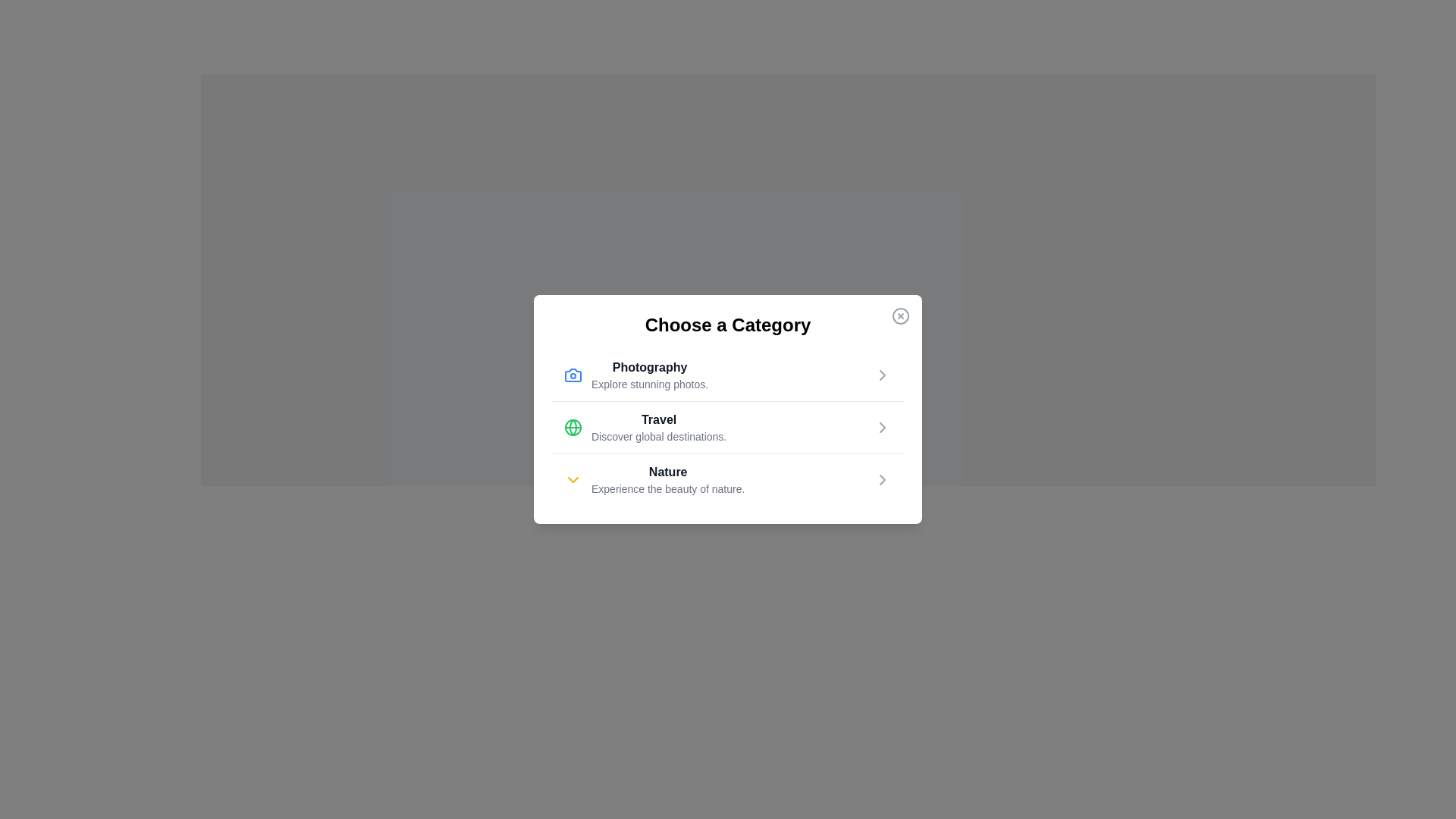 The image size is (1456, 819). What do you see at coordinates (659, 436) in the screenshot?
I see `the text label providing descriptive information for the 'Travel' category, located in a centered modal beneath the 'Travel' label` at bounding box center [659, 436].